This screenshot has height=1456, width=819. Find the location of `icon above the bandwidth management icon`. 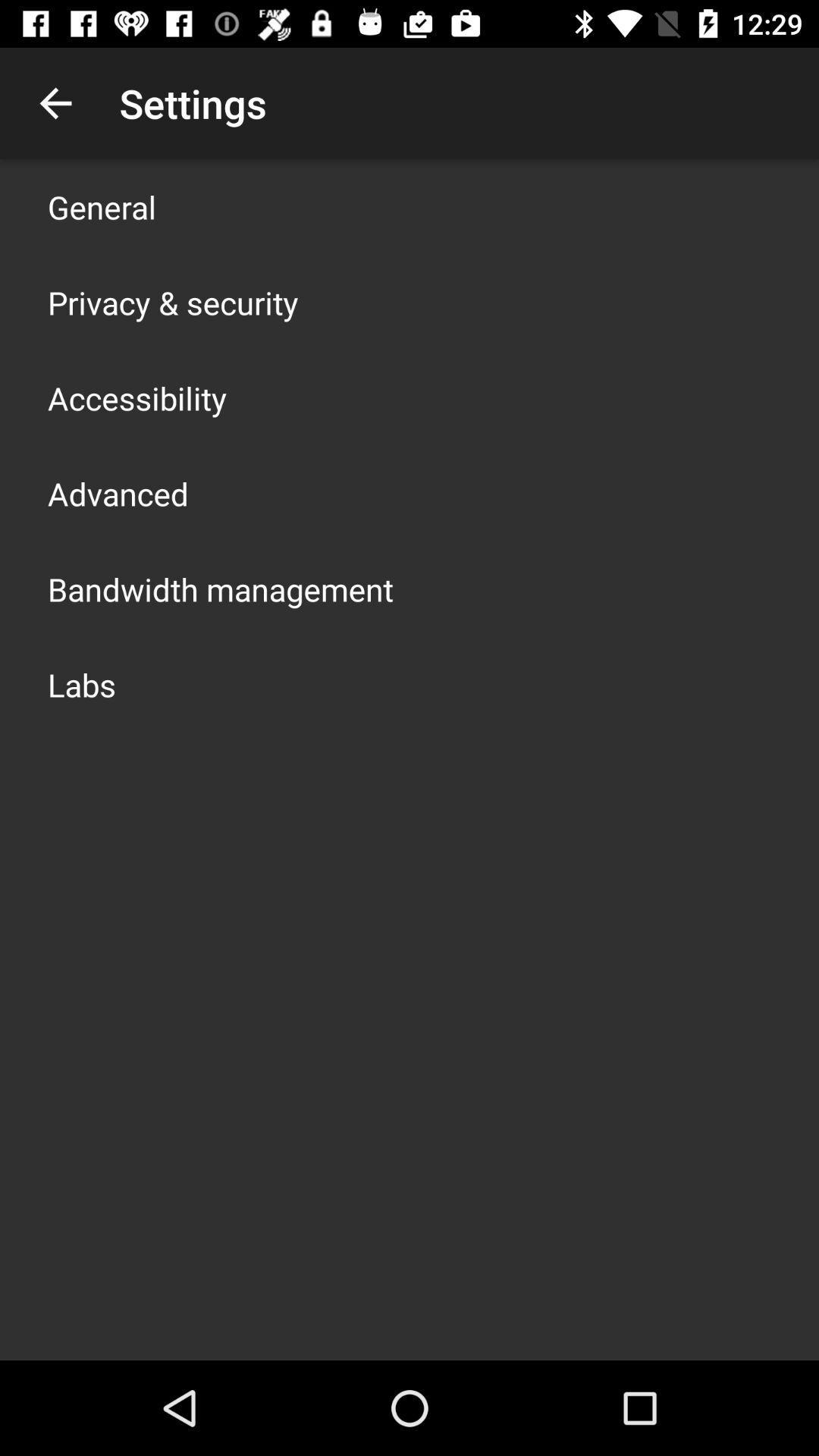

icon above the bandwidth management icon is located at coordinates (117, 494).